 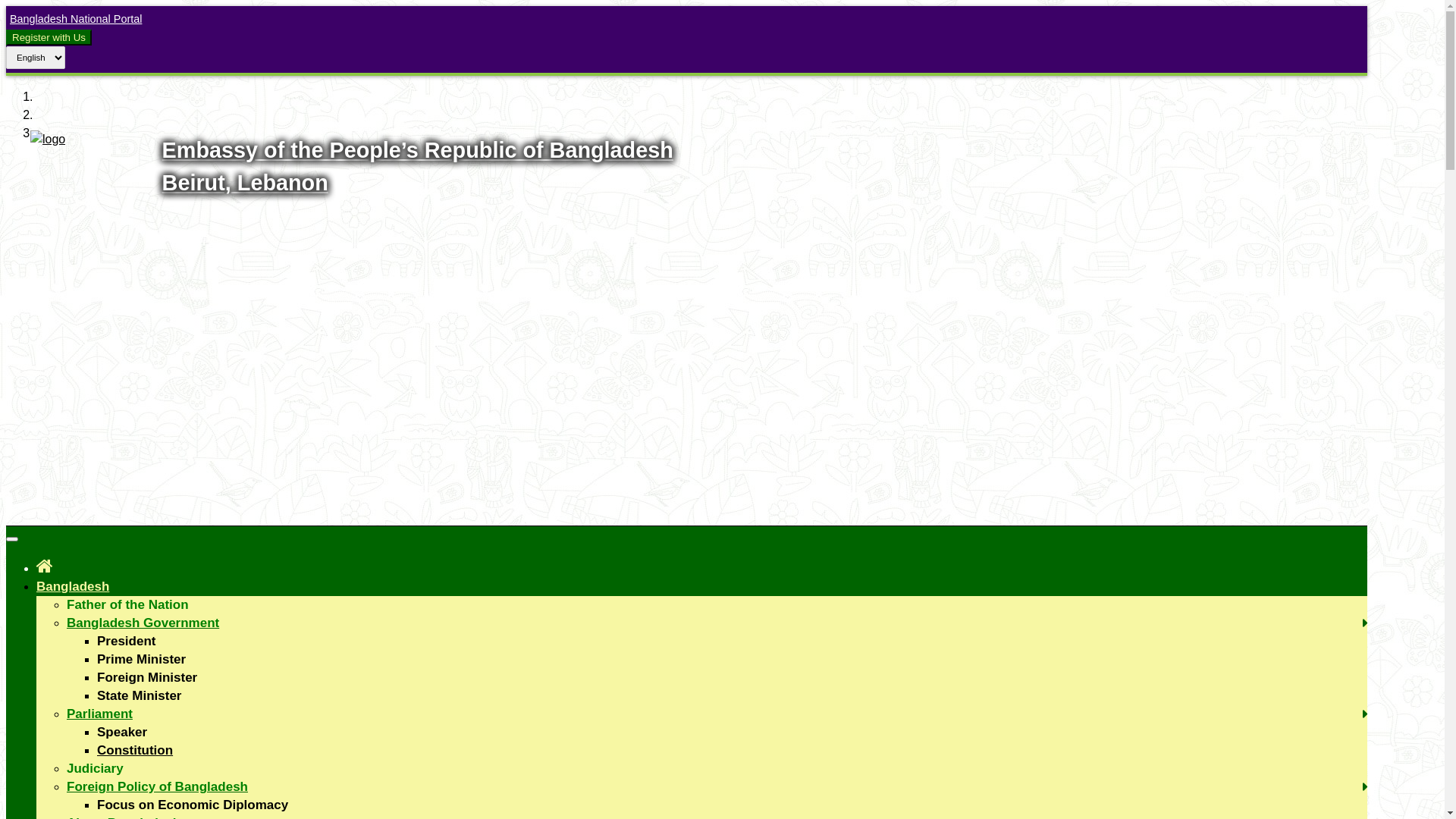 What do you see at coordinates (36, 585) in the screenshot?
I see `'Bangladesh'` at bounding box center [36, 585].